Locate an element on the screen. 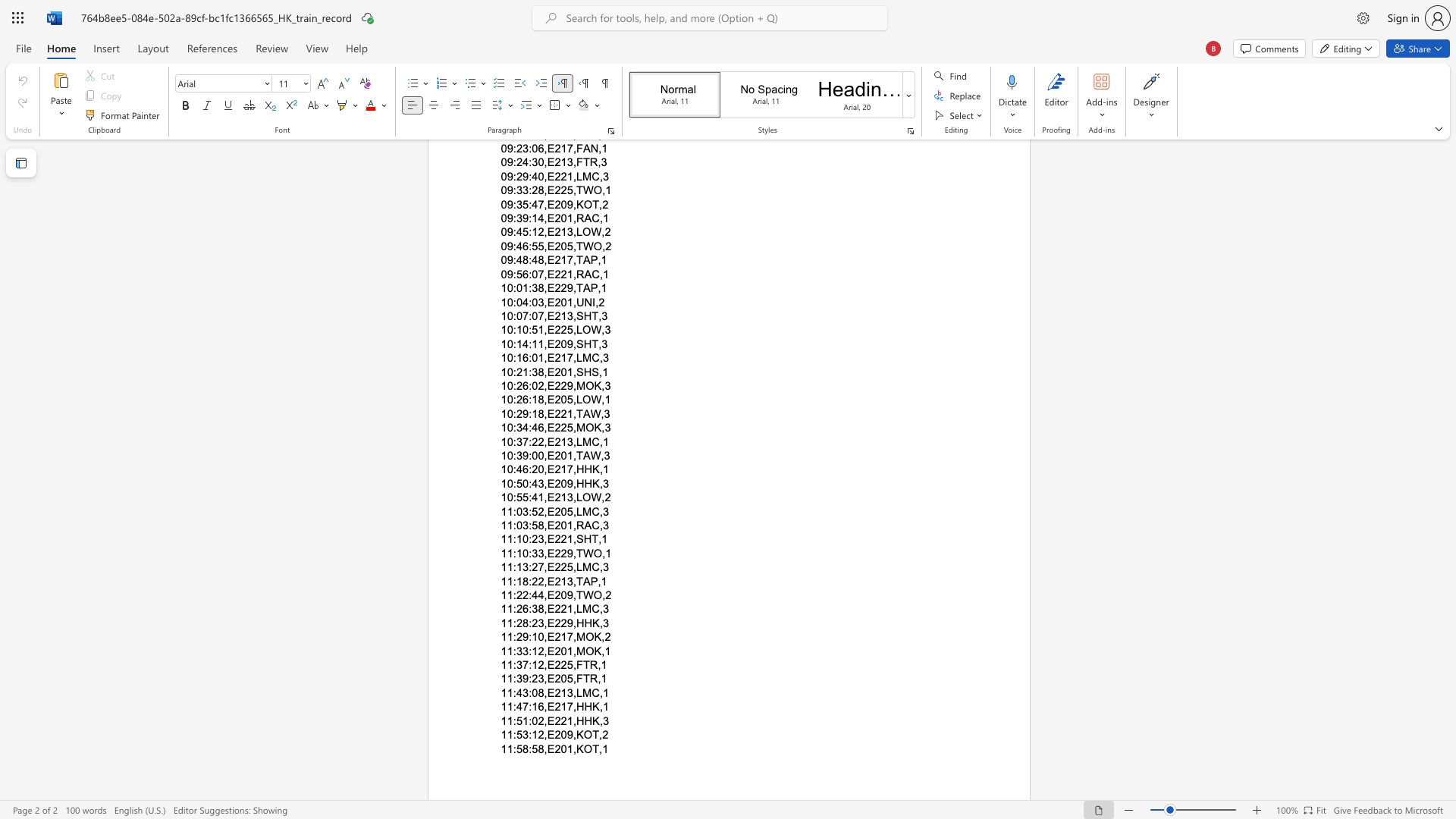  the space between the continuous character "3" and "," in the text is located at coordinates (571, 497).